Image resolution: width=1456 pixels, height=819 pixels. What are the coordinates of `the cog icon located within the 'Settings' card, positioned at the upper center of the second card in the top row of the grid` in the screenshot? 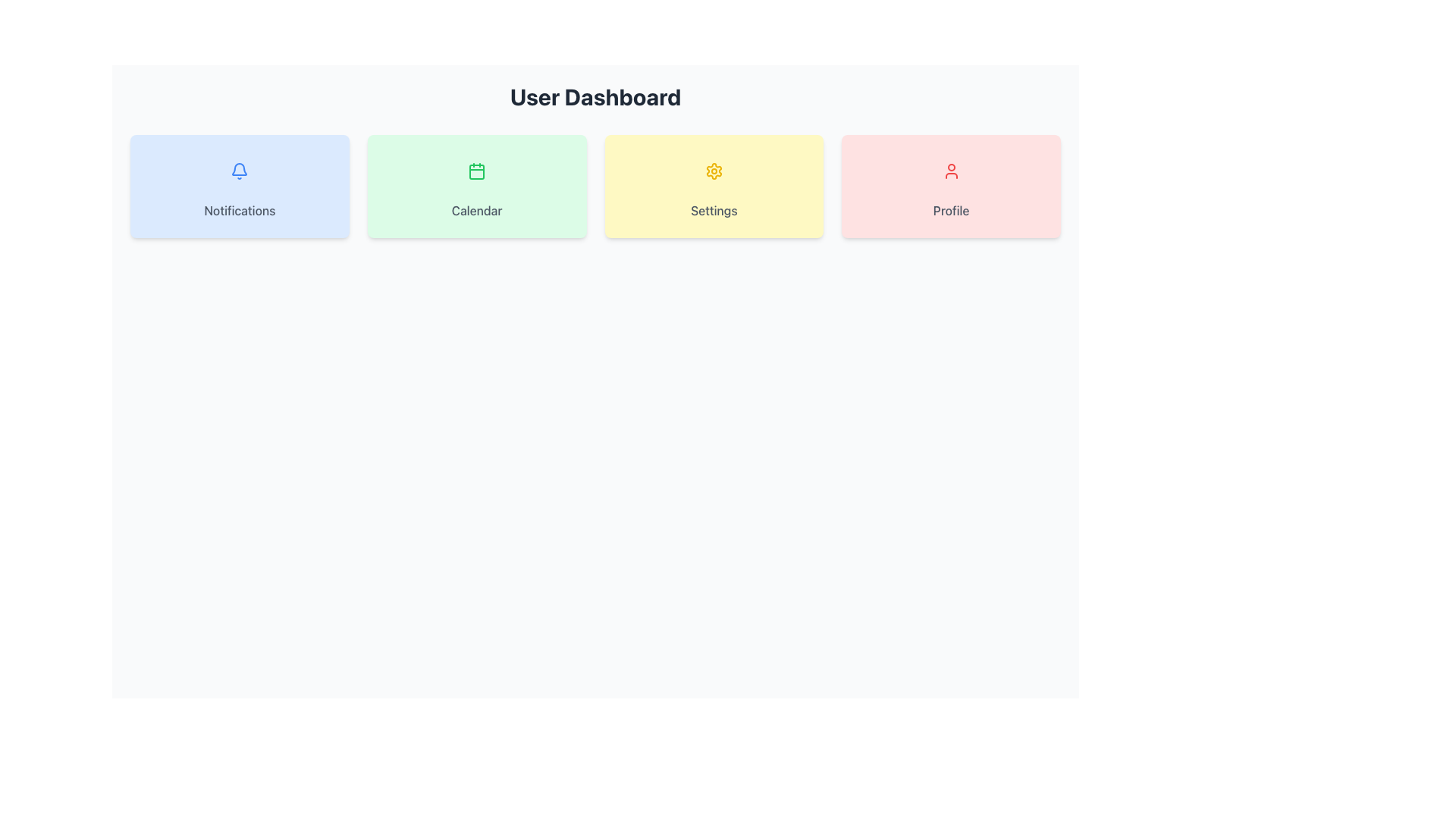 It's located at (713, 171).